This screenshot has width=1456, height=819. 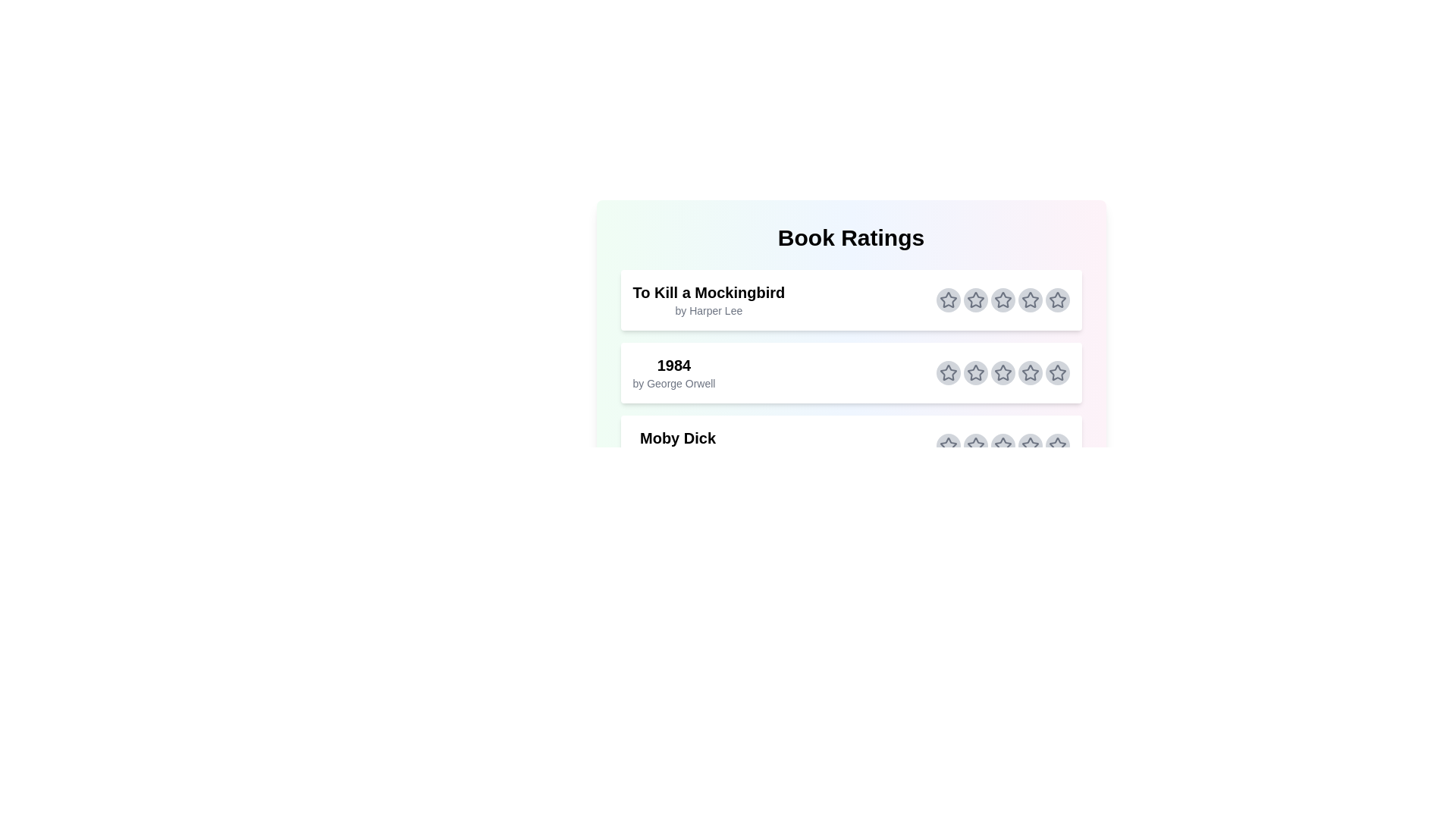 What do you see at coordinates (1030, 444) in the screenshot?
I see `the star corresponding to 4 stars for the book titled Moby Dick` at bounding box center [1030, 444].